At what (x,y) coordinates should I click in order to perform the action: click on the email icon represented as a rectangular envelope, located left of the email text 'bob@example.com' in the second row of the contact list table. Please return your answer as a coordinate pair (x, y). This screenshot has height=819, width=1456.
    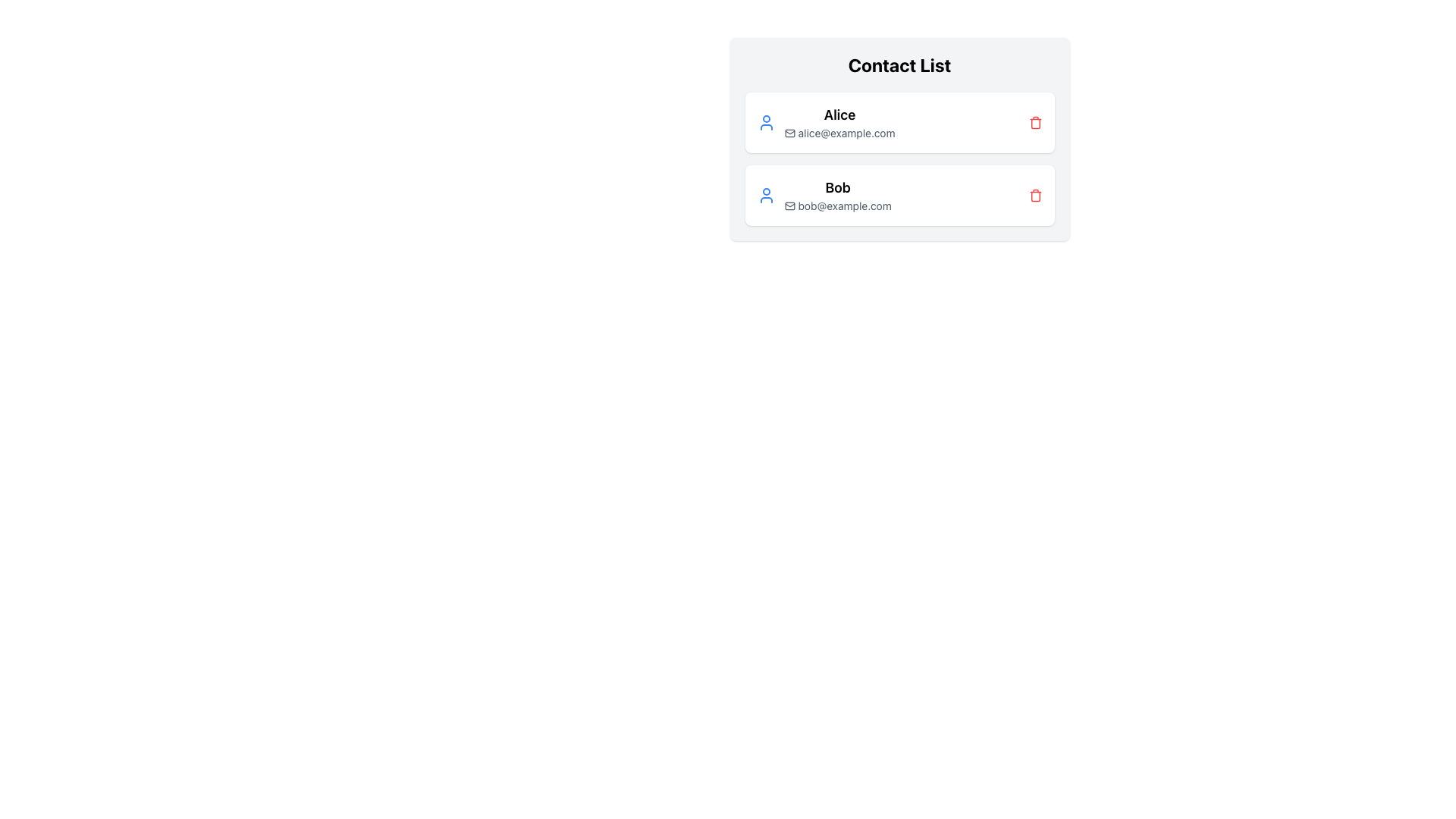
    Looking at the image, I should click on (789, 206).